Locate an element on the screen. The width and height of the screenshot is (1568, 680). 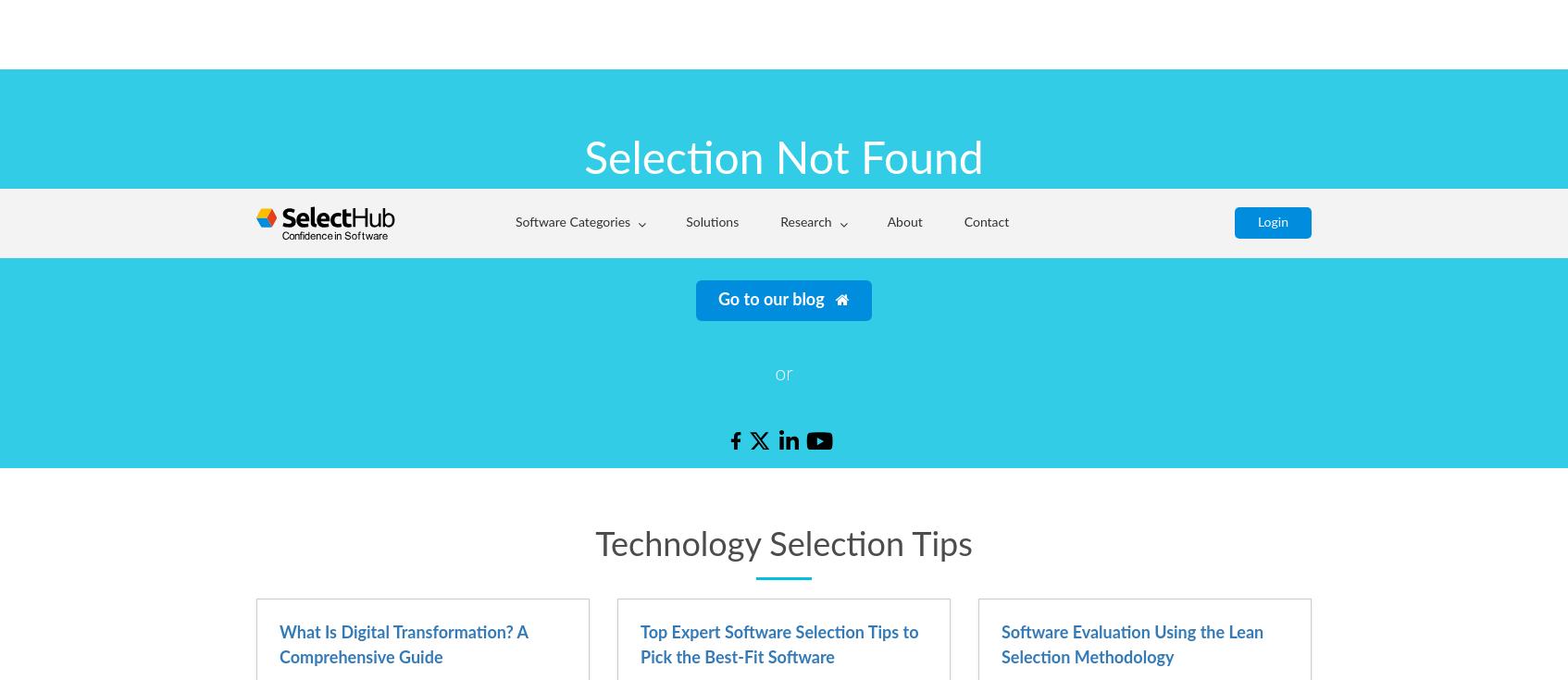
'or want to read our' is located at coordinates (904, 34).